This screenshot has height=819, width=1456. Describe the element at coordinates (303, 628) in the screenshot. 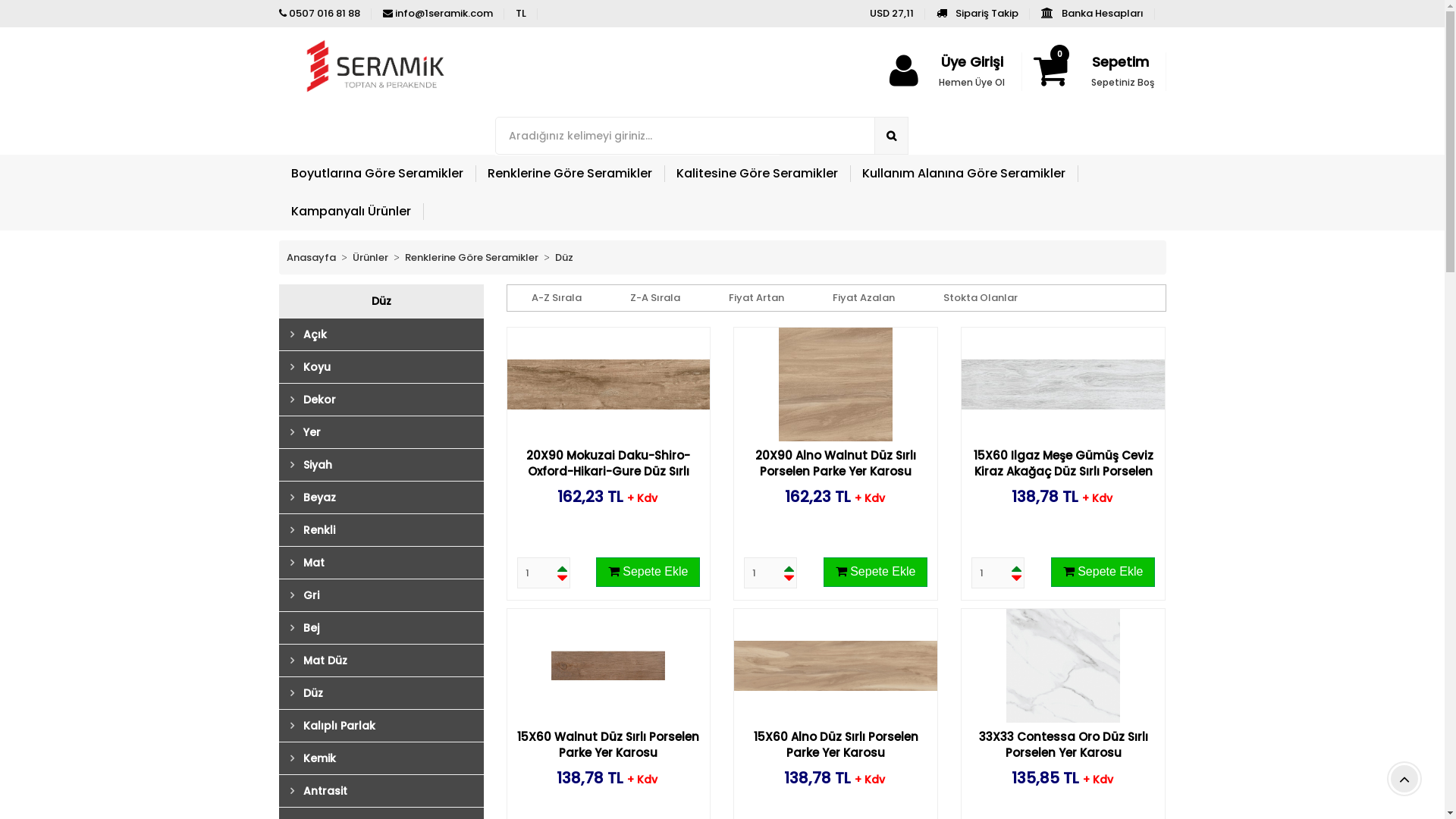

I see `'Bej'` at that location.